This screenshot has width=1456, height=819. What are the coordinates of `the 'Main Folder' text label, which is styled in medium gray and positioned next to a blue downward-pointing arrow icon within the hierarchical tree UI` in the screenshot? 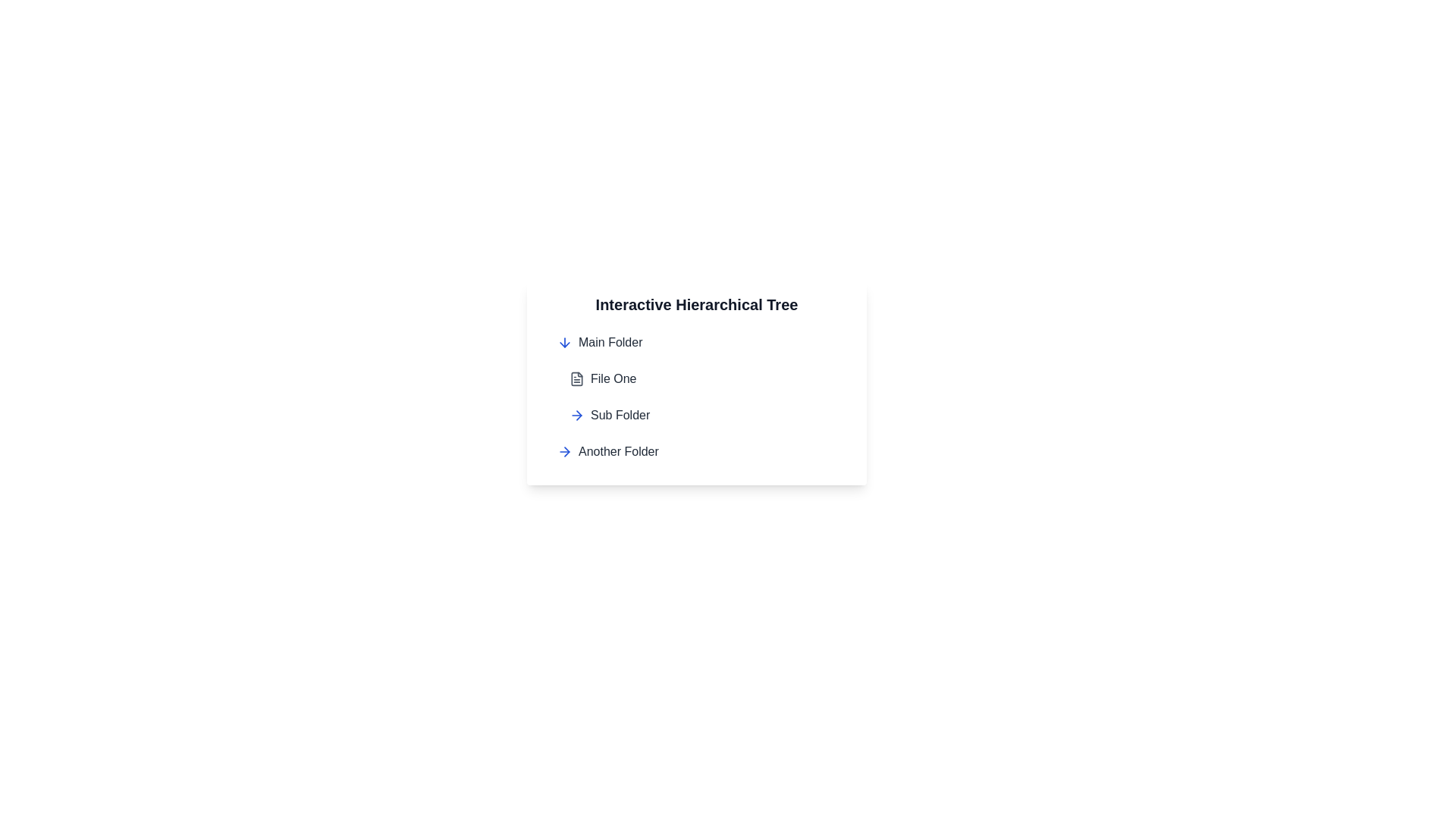 It's located at (610, 342).